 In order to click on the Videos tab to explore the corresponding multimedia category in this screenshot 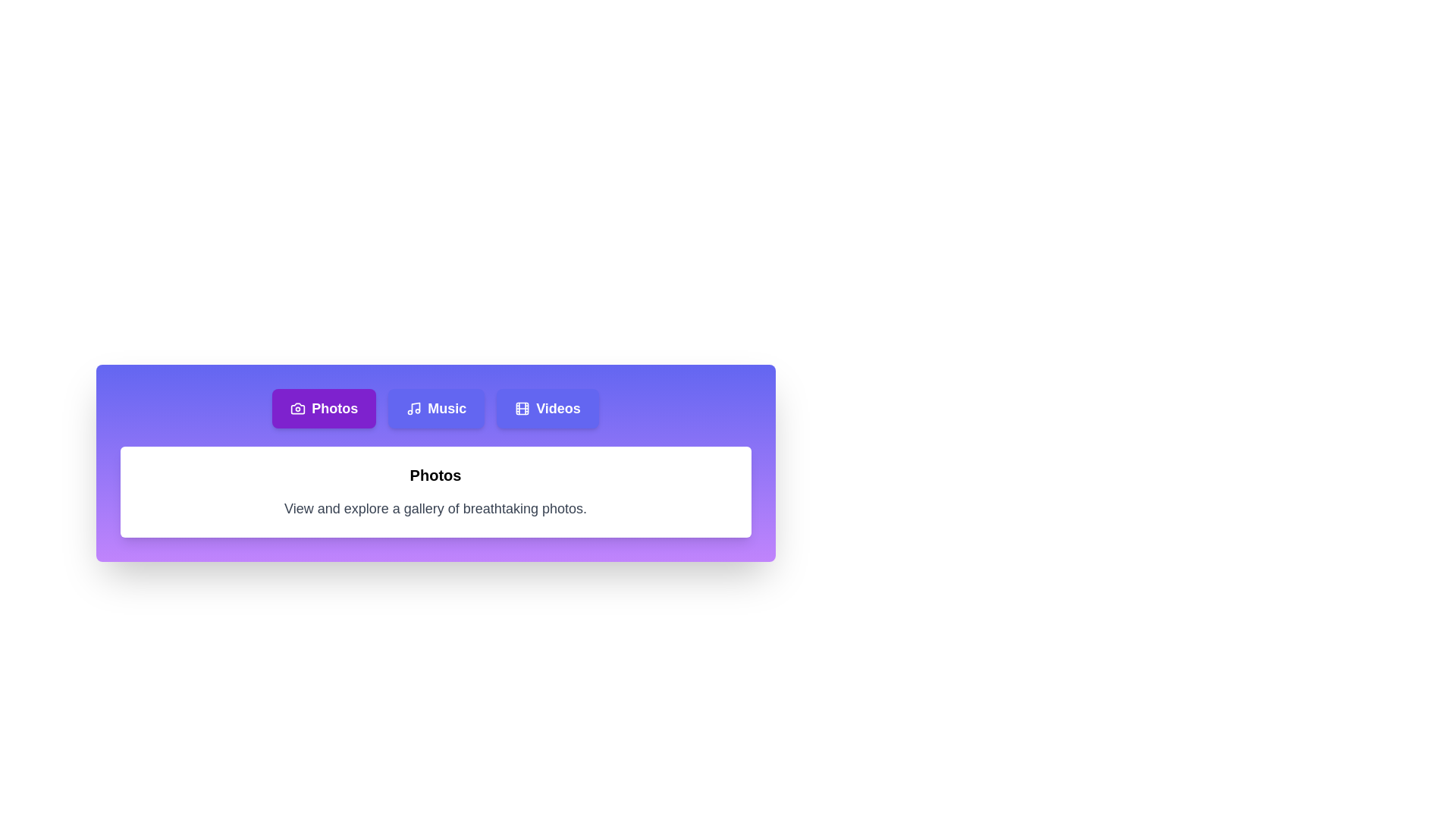, I will do `click(547, 408)`.